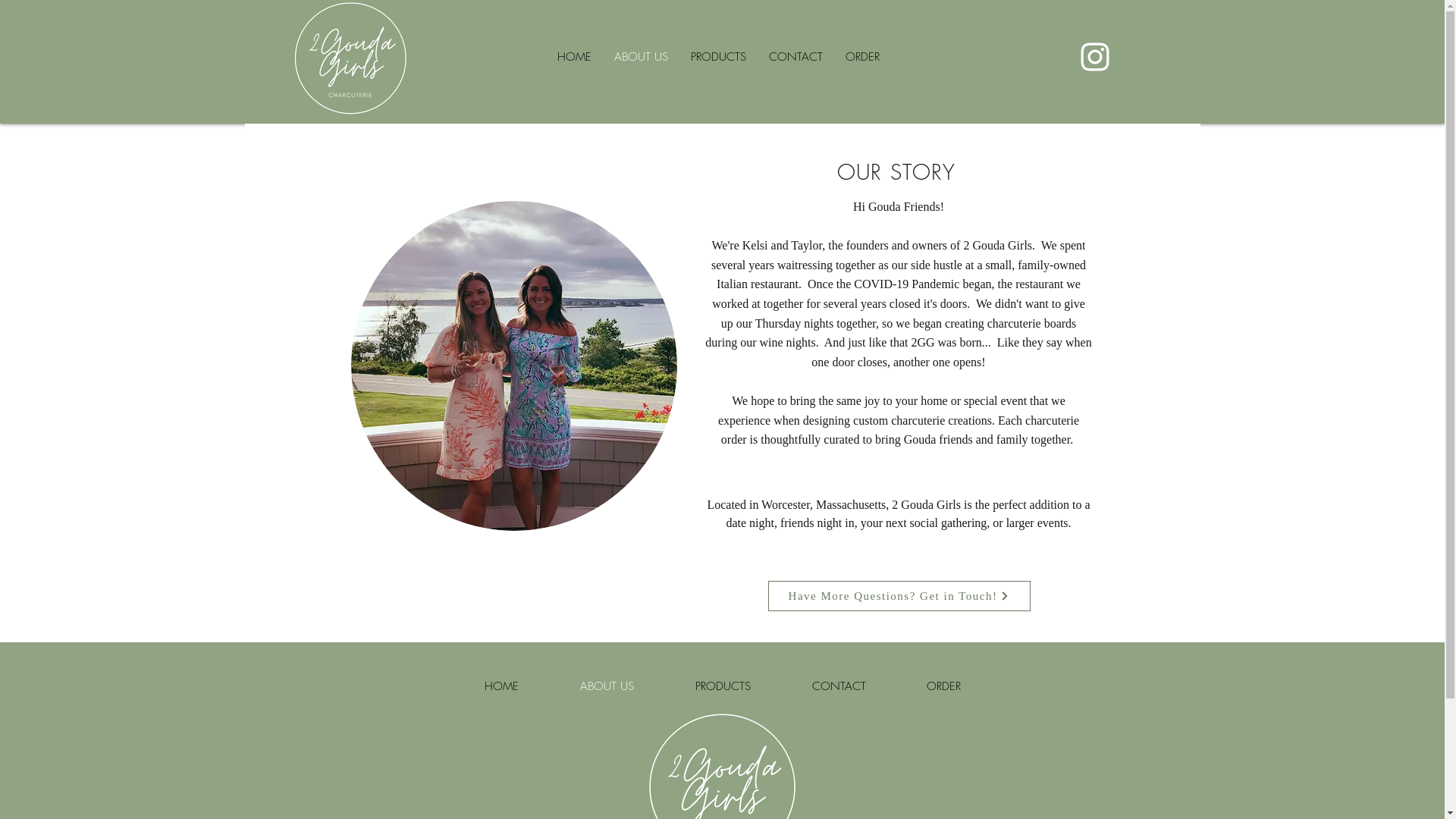 This screenshot has width=1456, height=819. I want to click on 'ORDER', so click(943, 686).